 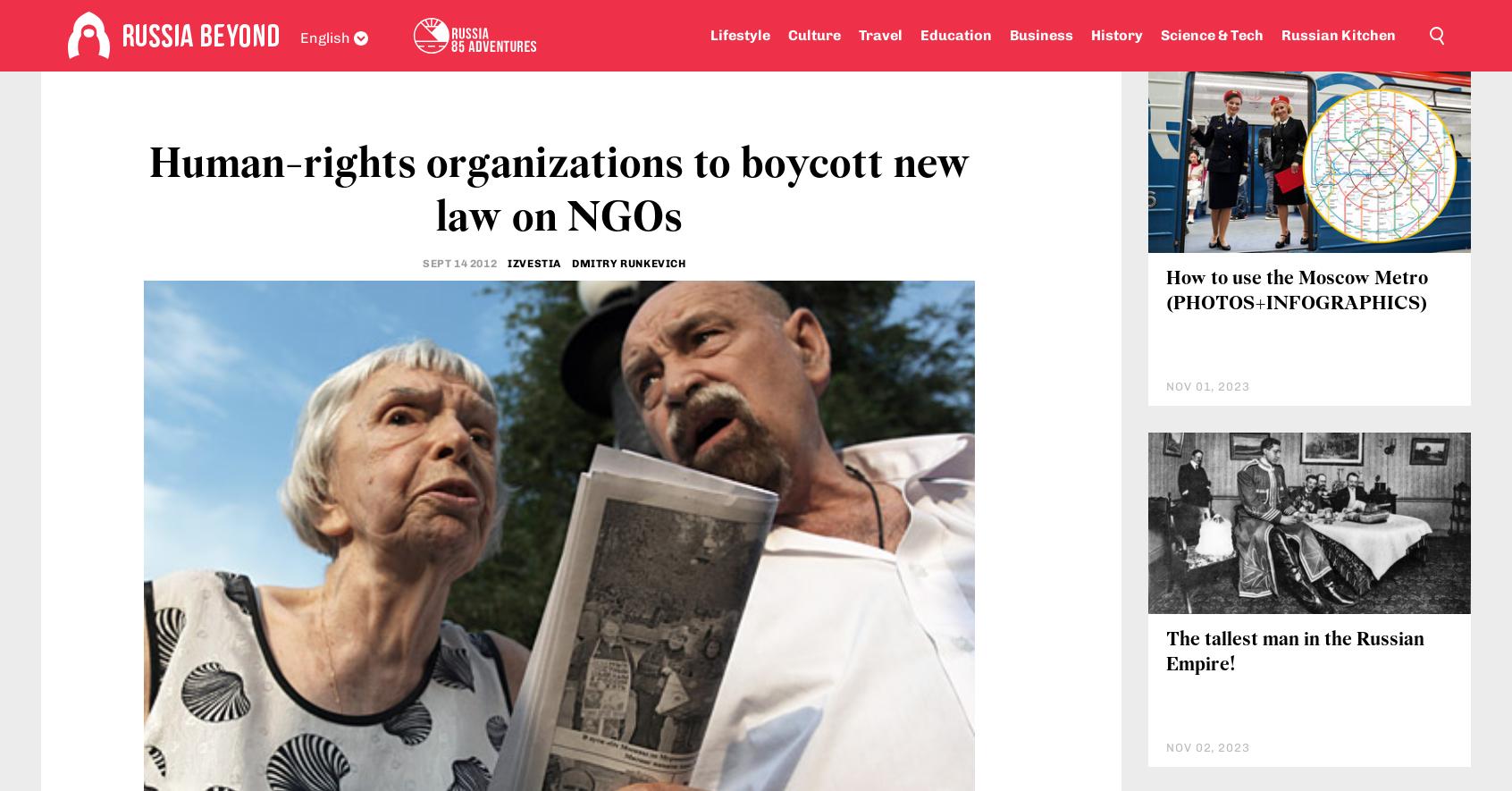 I want to click on 'Russian Kitchen', so click(x=1338, y=35).